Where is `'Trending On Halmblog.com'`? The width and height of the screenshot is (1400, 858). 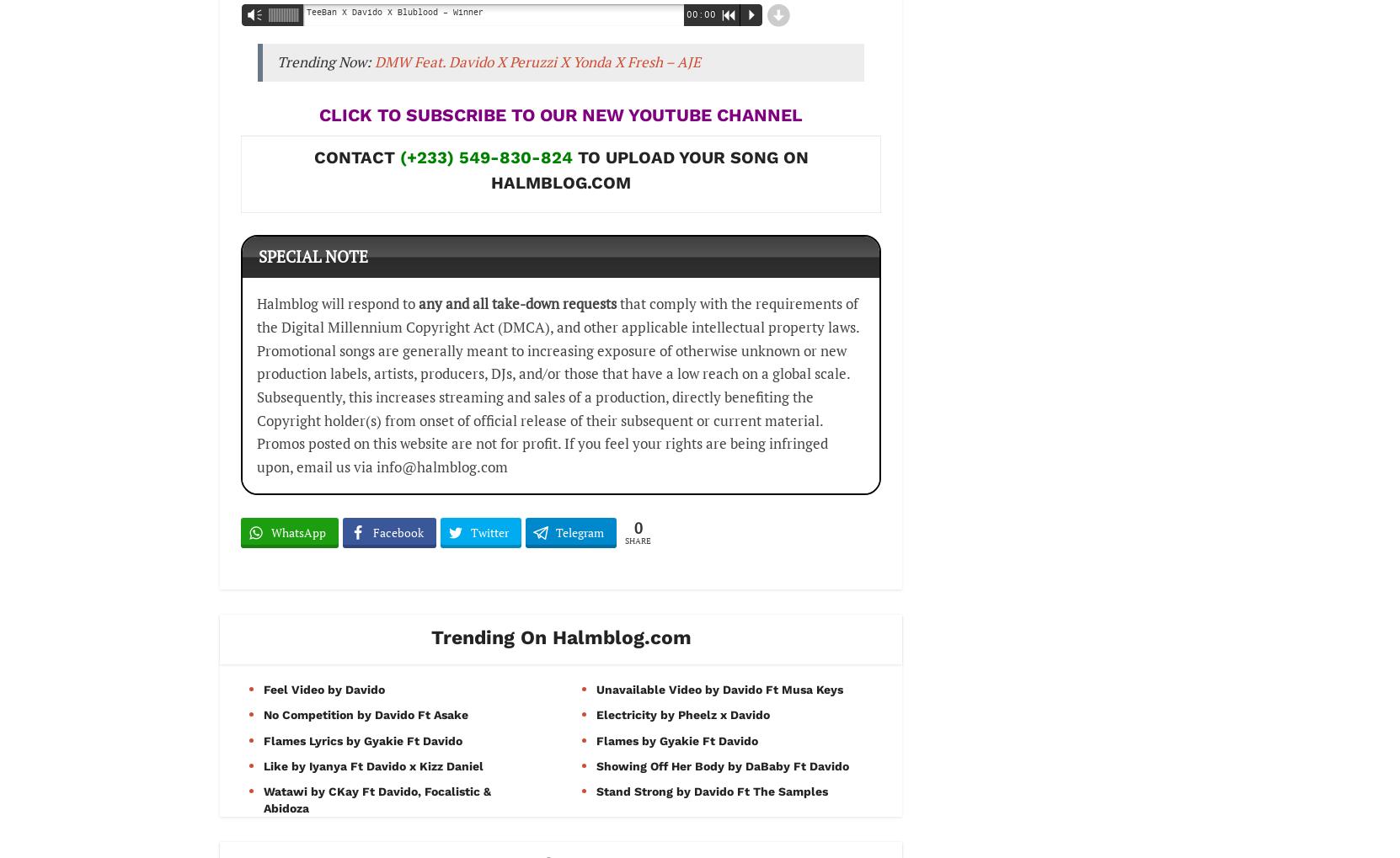 'Trending On Halmblog.com' is located at coordinates (559, 637).